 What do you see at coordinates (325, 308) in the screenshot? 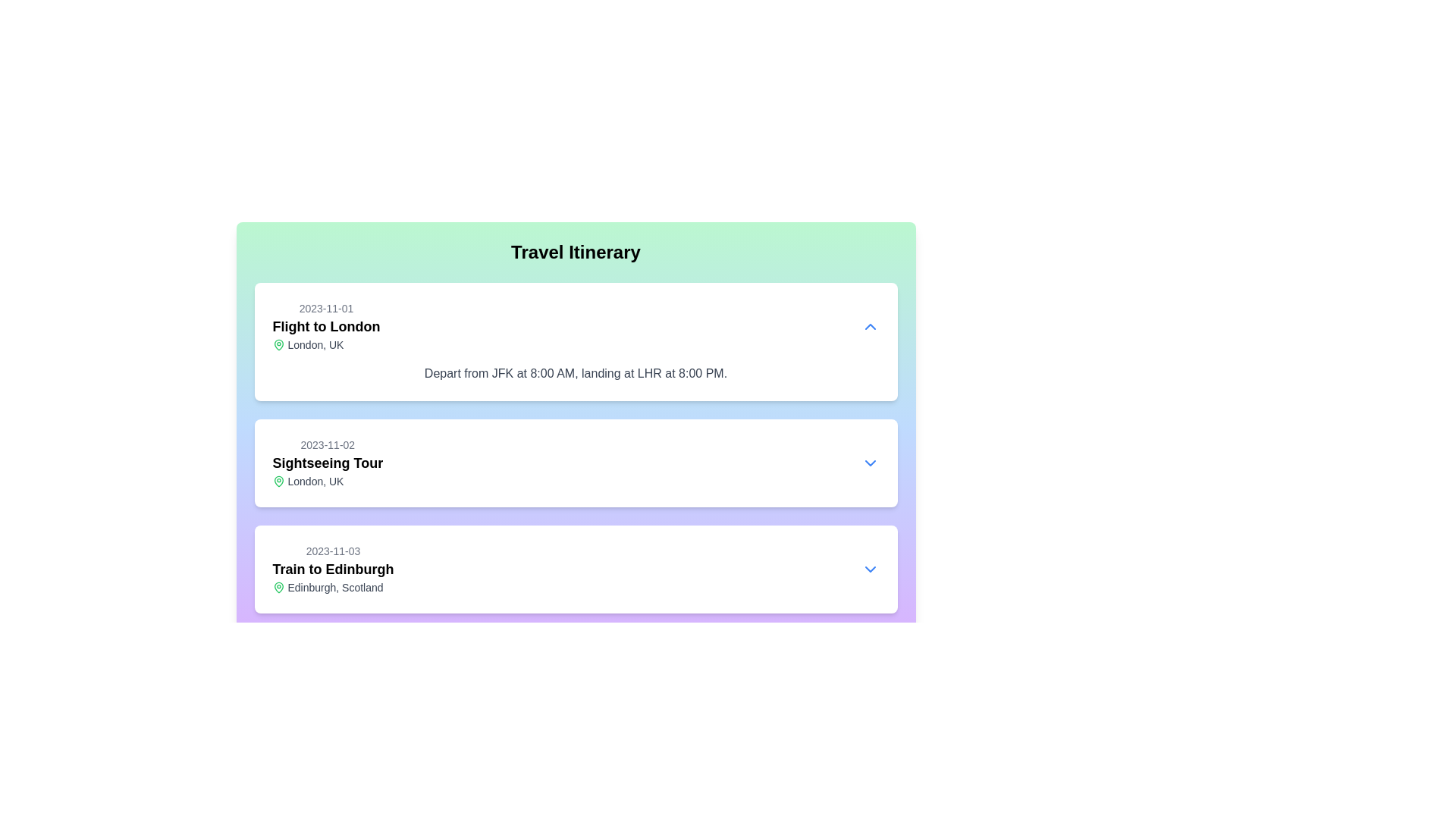
I see `text displayed in the gray colored text label that shows '2023-11-01', which is positioned above the 'Flight to London' title and to the left of the 'London, UK' label` at bounding box center [325, 308].